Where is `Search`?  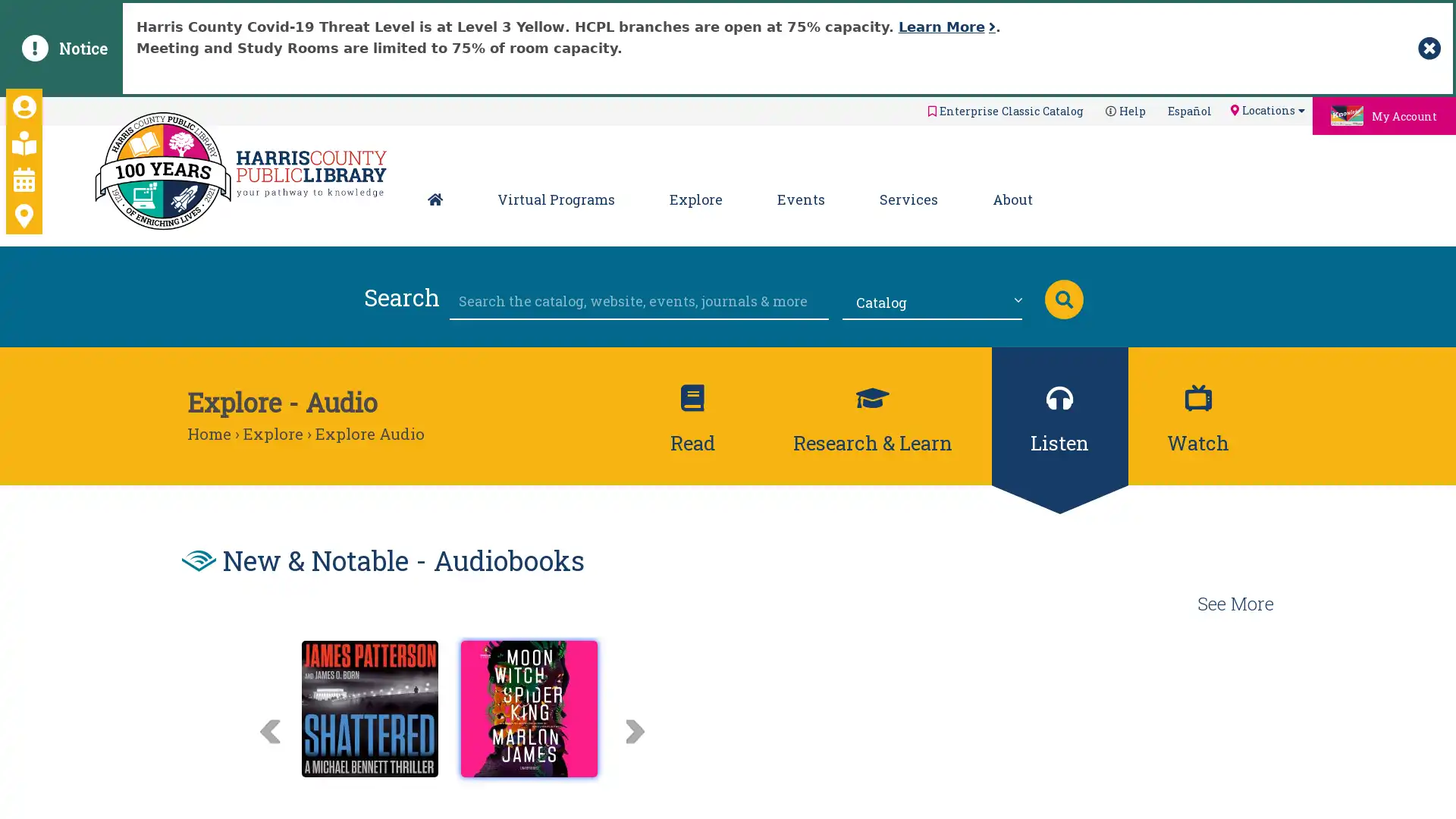 Search is located at coordinates (1062, 298).